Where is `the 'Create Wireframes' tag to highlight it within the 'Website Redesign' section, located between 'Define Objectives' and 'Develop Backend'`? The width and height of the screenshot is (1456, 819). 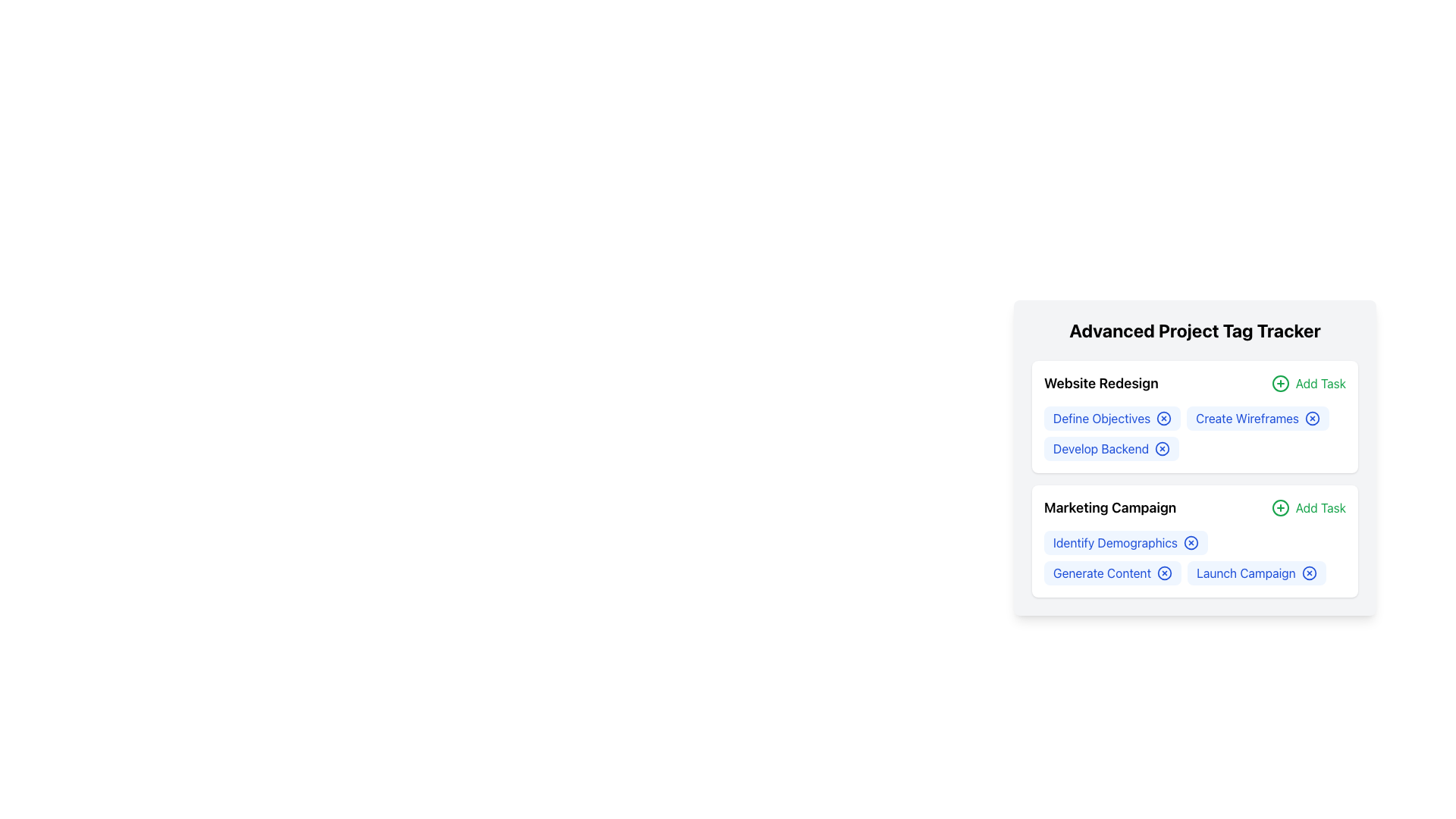
the 'Create Wireframes' tag to highlight it within the 'Website Redesign' section, located between 'Define Objectives' and 'Develop Backend' is located at coordinates (1258, 418).